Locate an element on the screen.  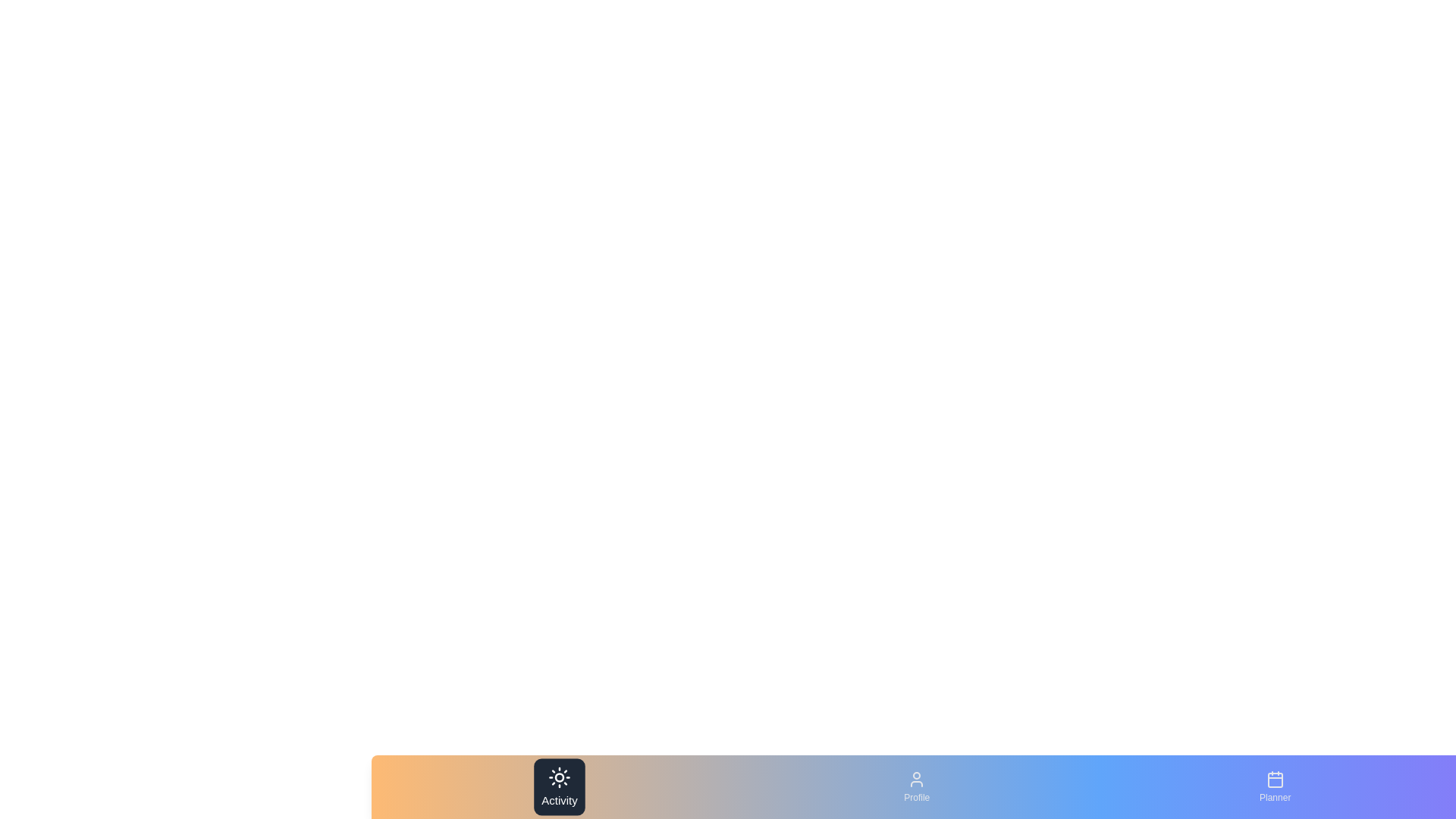
the tab labeled Profile to observe visual feedback is located at coordinates (916, 786).